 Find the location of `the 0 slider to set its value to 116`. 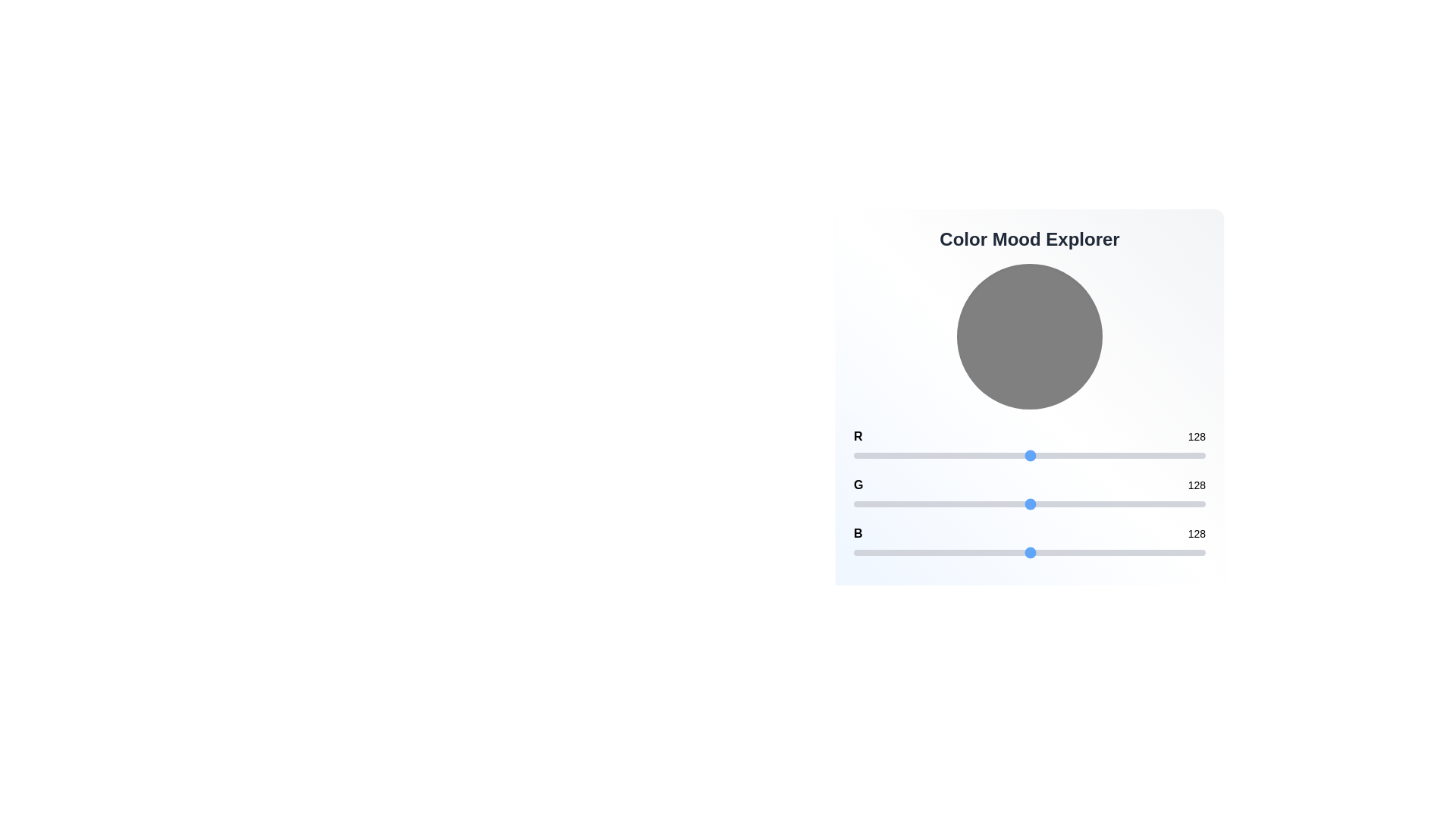

the 0 slider to set its value to 116 is located at coordinates (1014, 455).